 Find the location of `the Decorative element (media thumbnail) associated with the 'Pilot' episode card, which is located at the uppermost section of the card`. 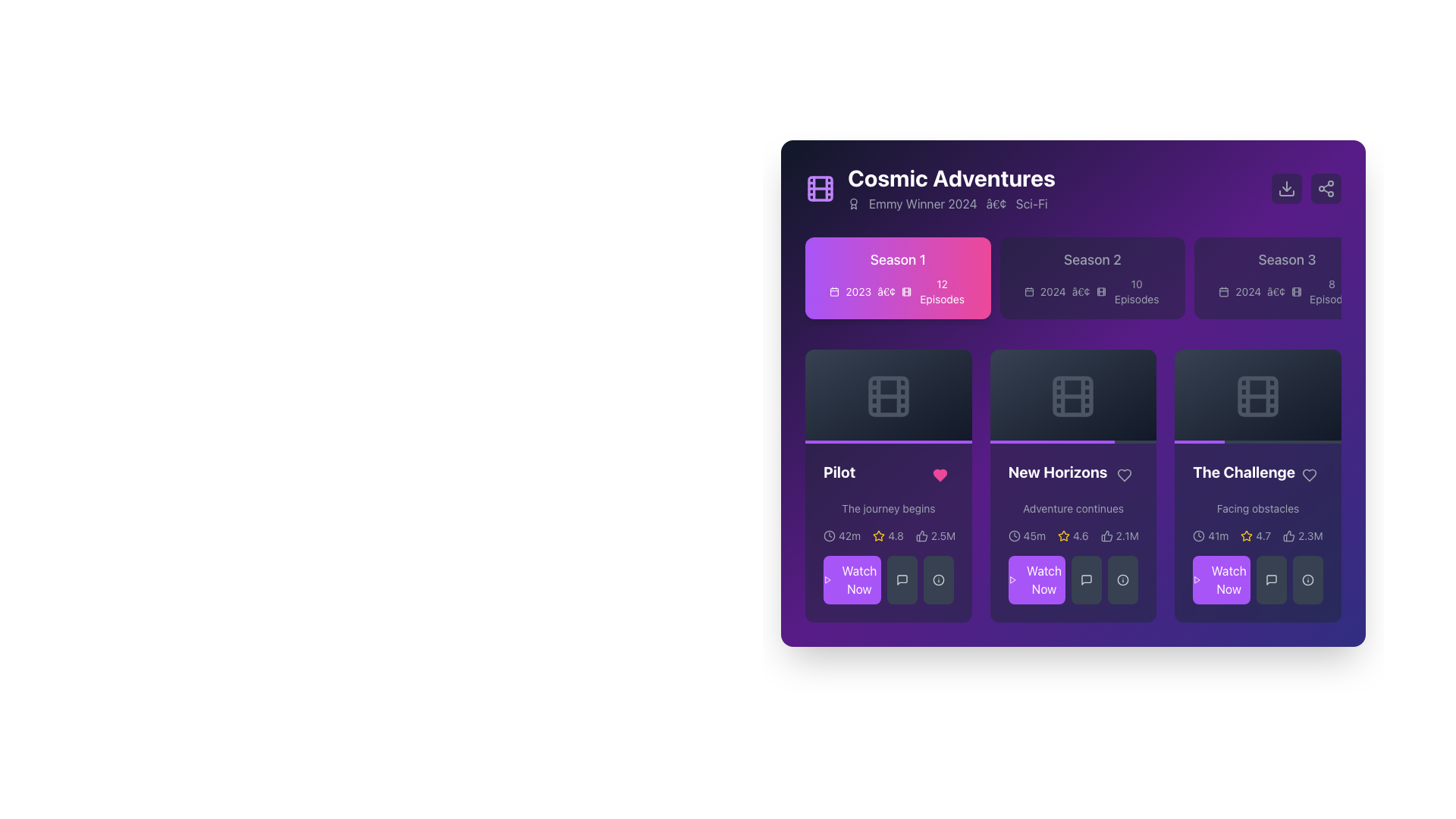

the Decorative element (media thumbnail) associated with the 'Pilot' episode card, which is located at the uppermost section of the card is located at coordinates (888, 395).